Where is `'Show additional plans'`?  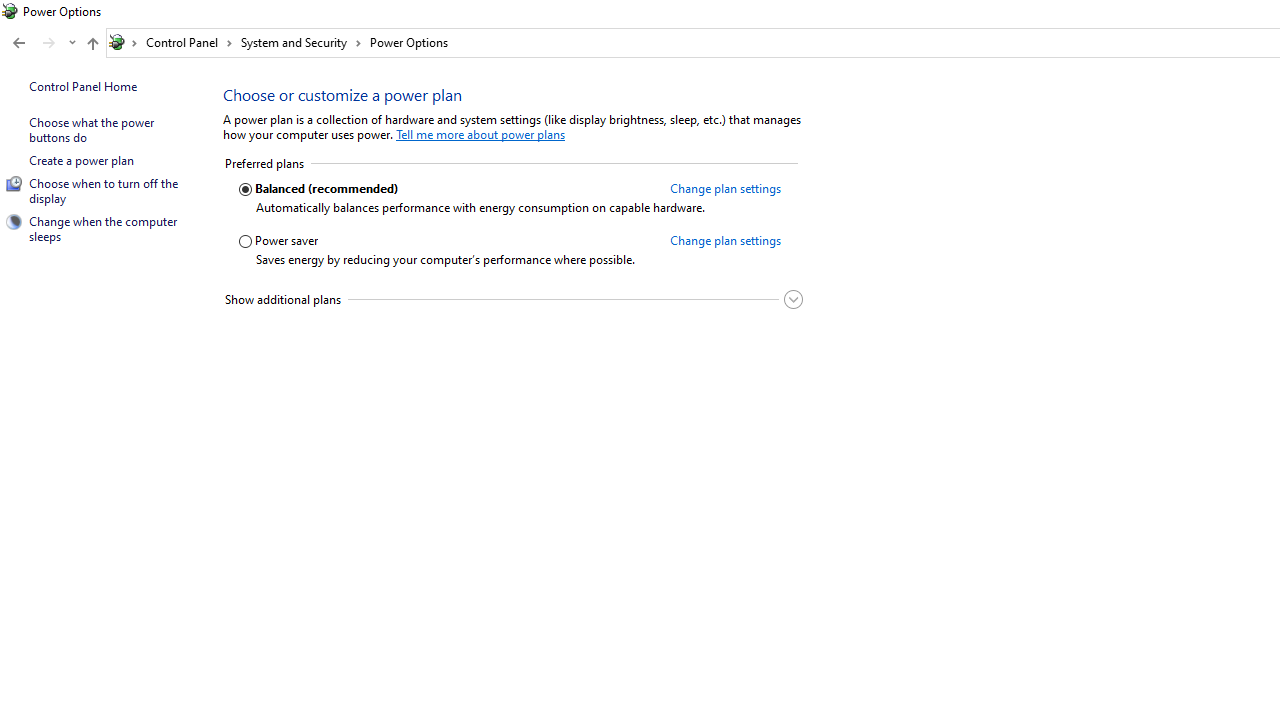 'Show additional plans' is located at coordinates (512, 299).